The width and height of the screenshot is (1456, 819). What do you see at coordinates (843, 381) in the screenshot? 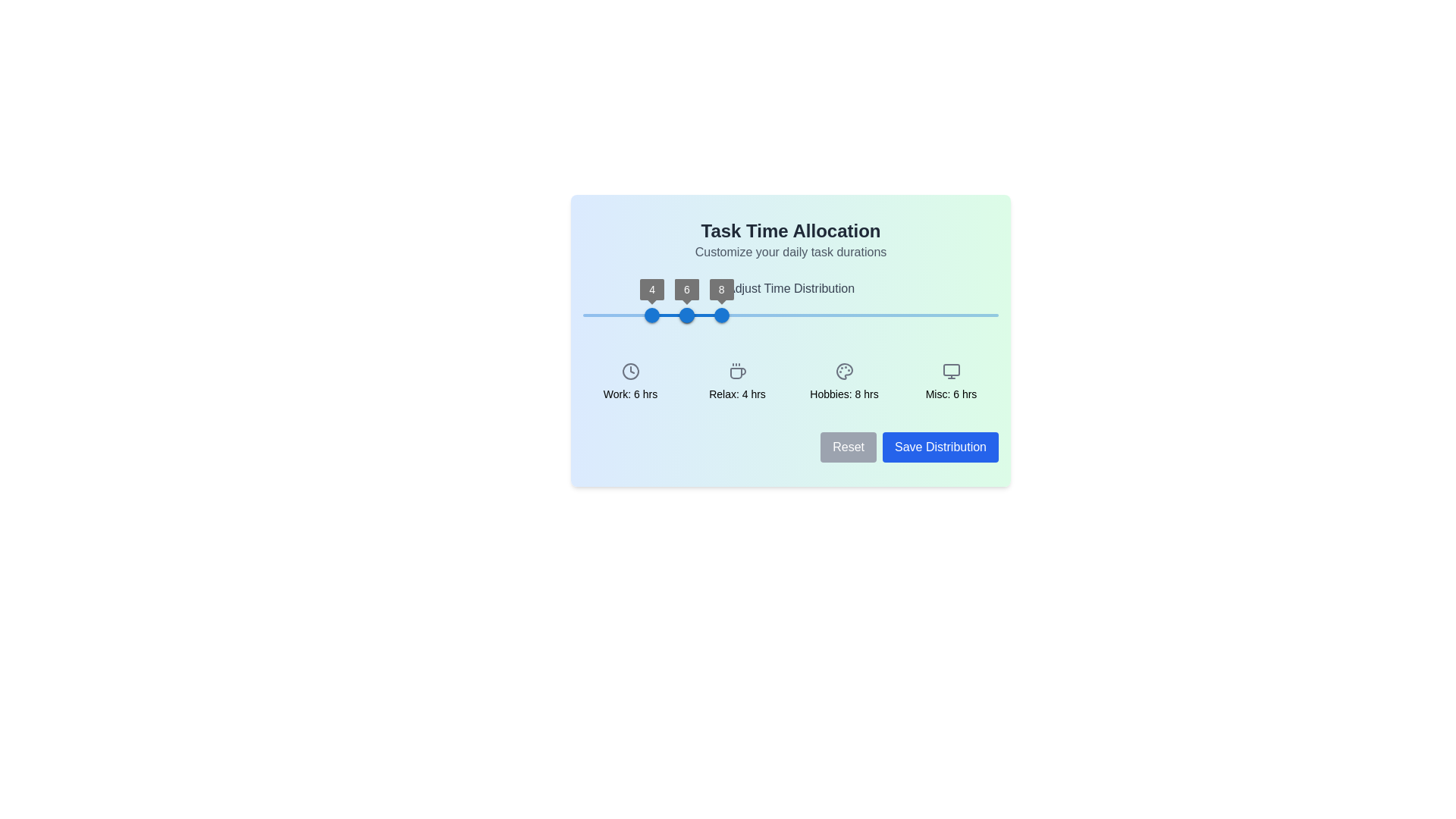
I see `the label 'Hobbies: 8 hrs' which has a gray palette icon above it, positioned in a grid between 'Relax: 4 hrs' and 'Misc: 6 hrs'` at bounding box center [843, 381].